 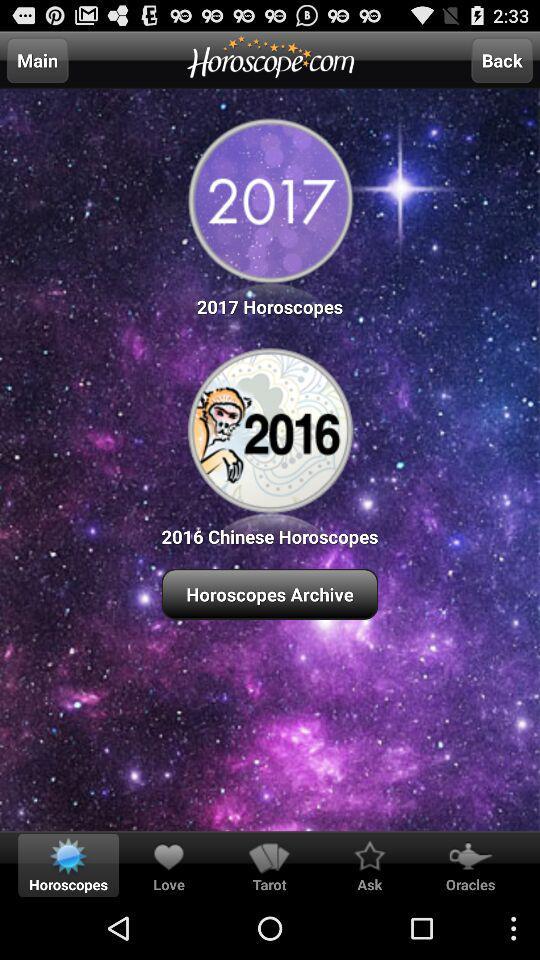 What do you see at coordinates (270, 594) in the screenshot?
I see `horoscopes archive item` at bounding box center [270, 594].